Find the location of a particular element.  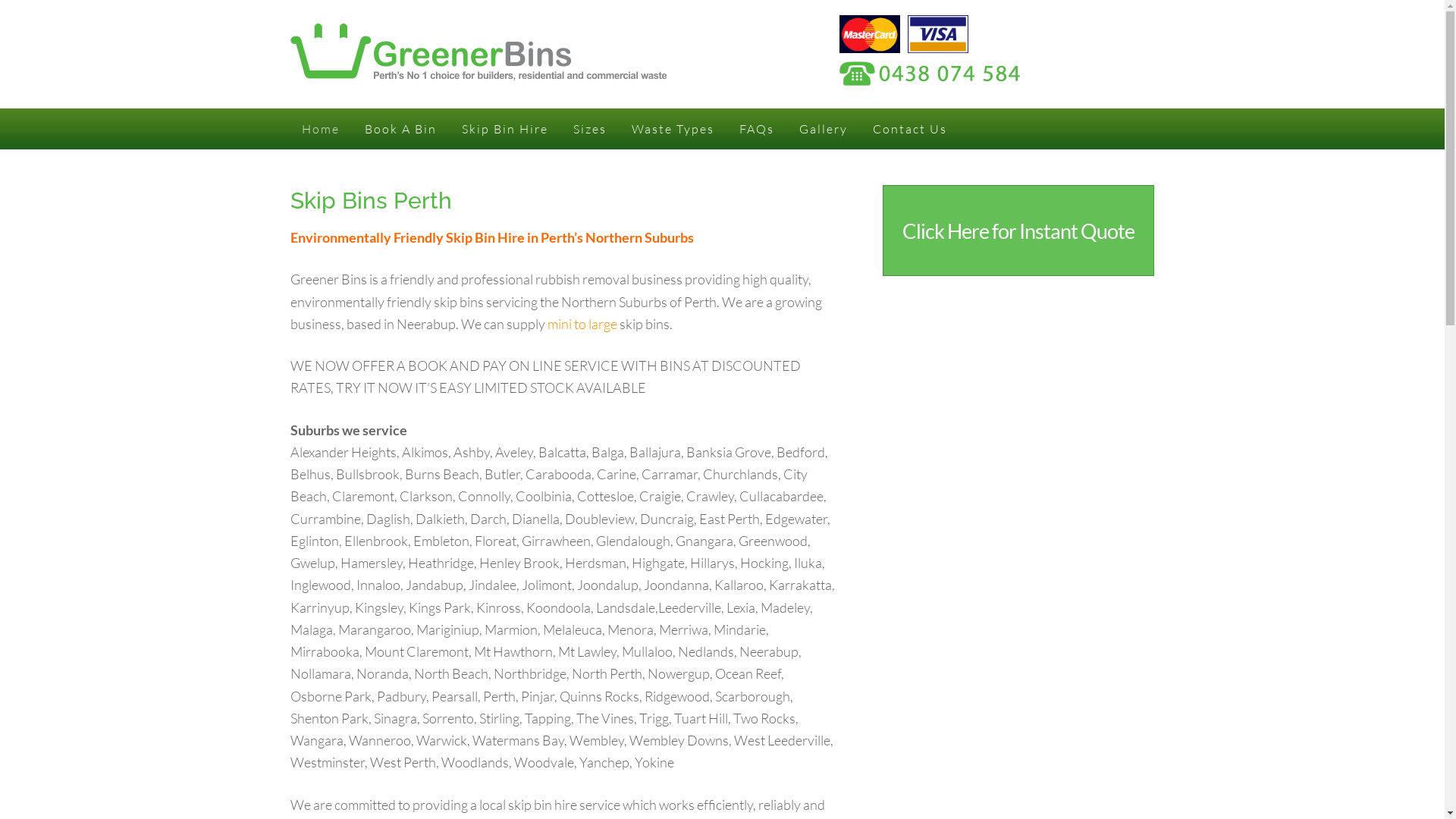

'Book A Bin' is located at coordinates (400, 127).